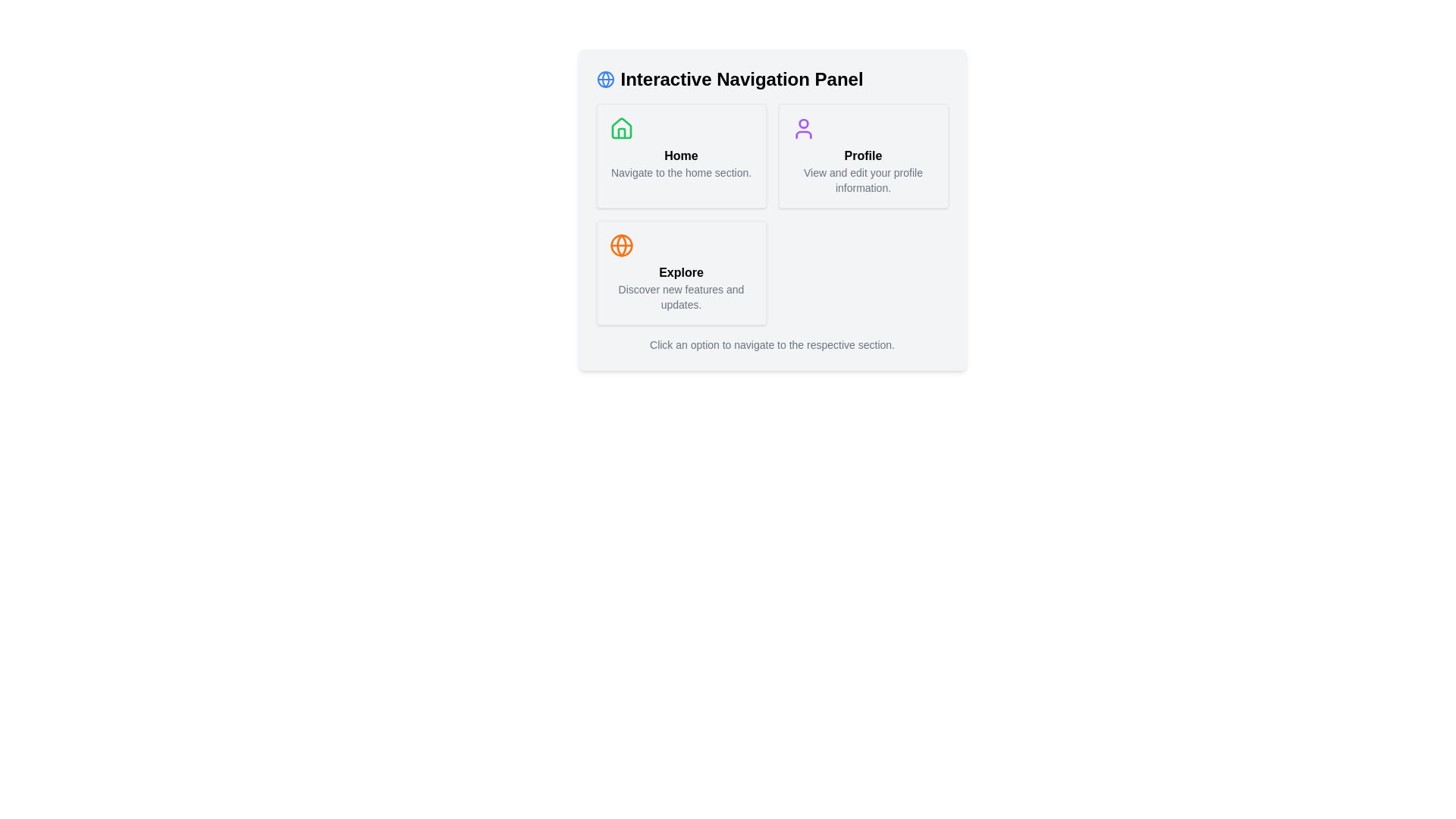 This screenshot has width=1456, height=819. Describe the element at coordinates (621, 127) in the screenshot. I see `the green house-shaped icon located at the top center of the 'Home' button in the navigation panel as a visual indicator` at that location.